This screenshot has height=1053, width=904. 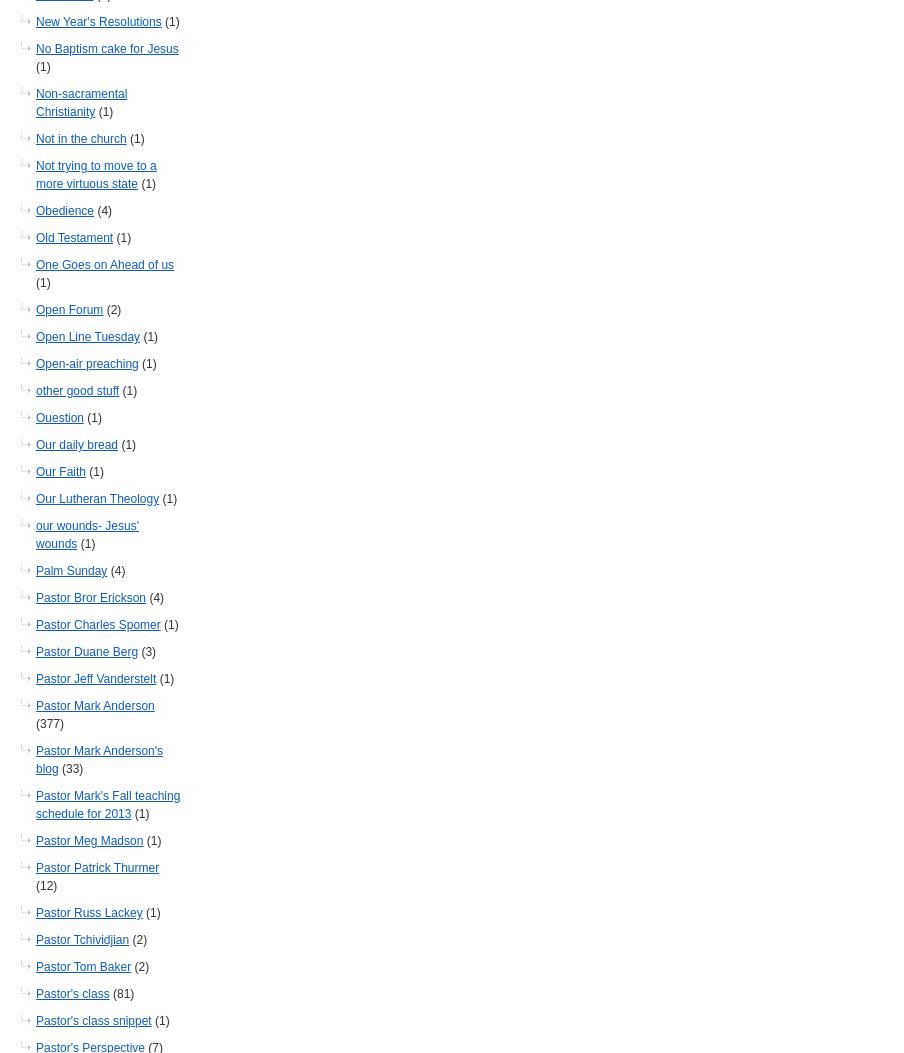 What do you see at coordinates (80, 138) in the screenshot?
I see `'Not in the church'` at bounding box center [80, 138].